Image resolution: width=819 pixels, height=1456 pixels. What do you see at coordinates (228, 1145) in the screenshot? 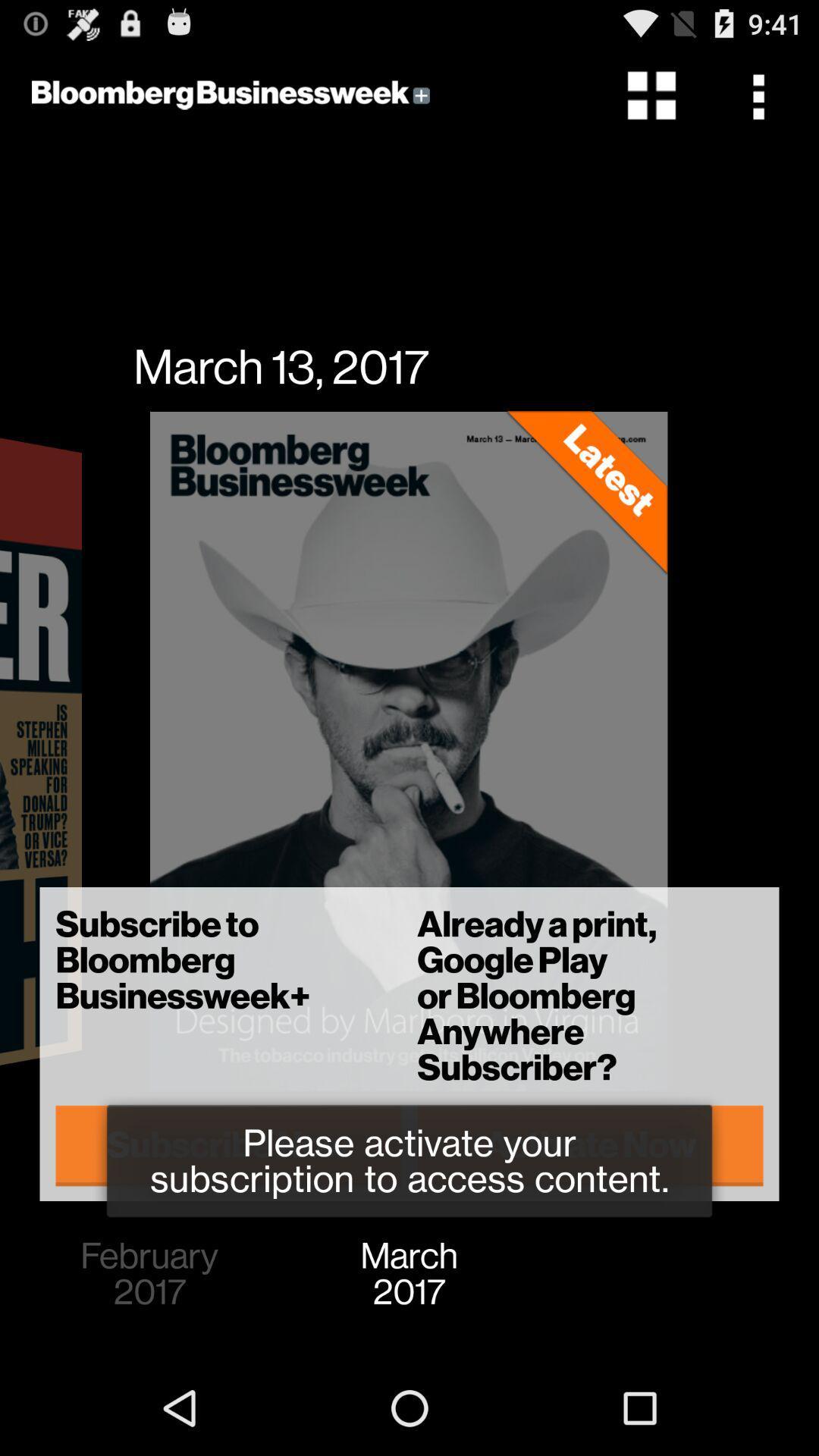
I see `the item next to already a print` at bounding box center [228, 1145].